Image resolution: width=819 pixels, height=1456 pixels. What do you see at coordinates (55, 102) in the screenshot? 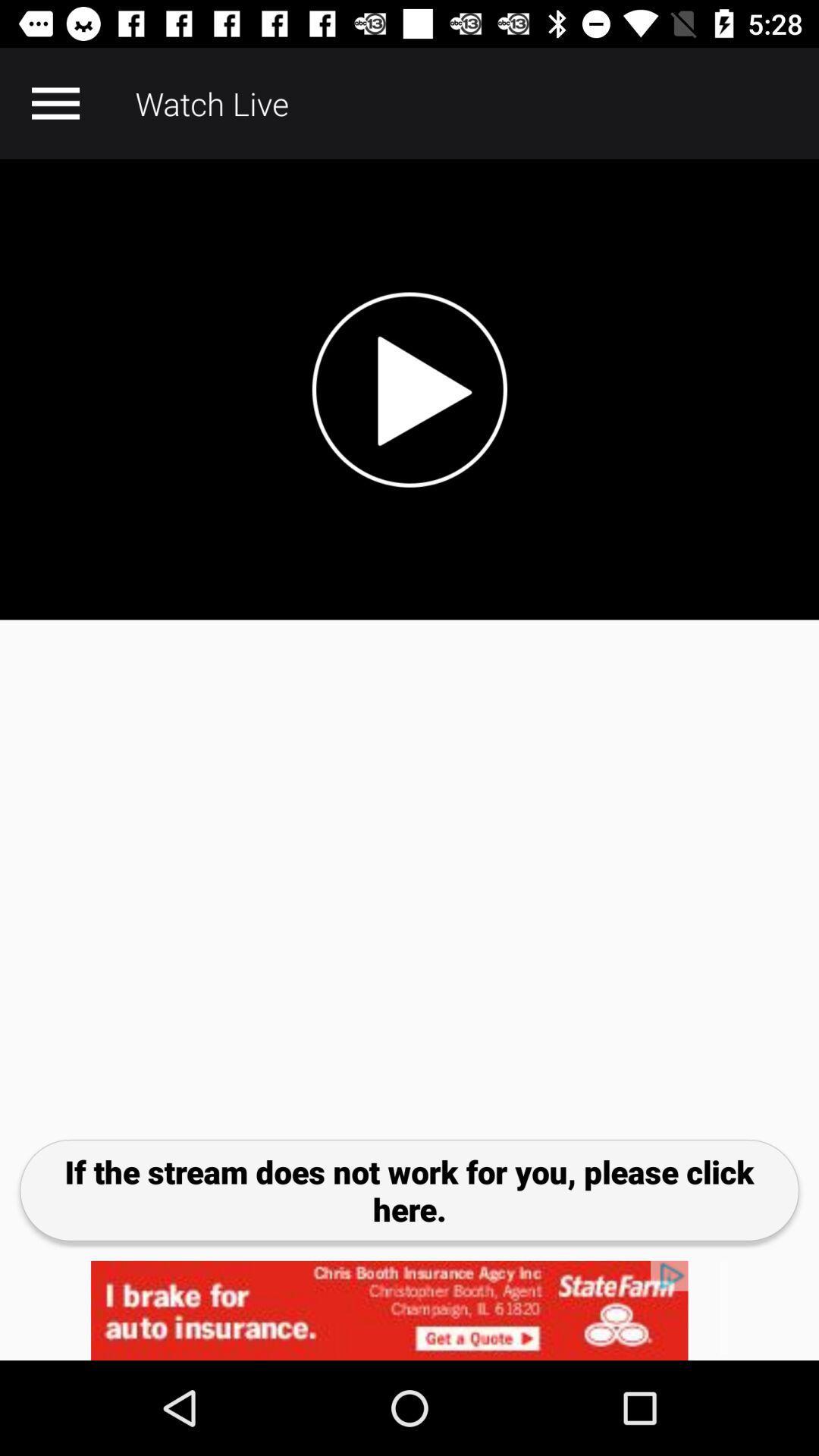
I see `the menu icon` at bounding box center [55, 102].